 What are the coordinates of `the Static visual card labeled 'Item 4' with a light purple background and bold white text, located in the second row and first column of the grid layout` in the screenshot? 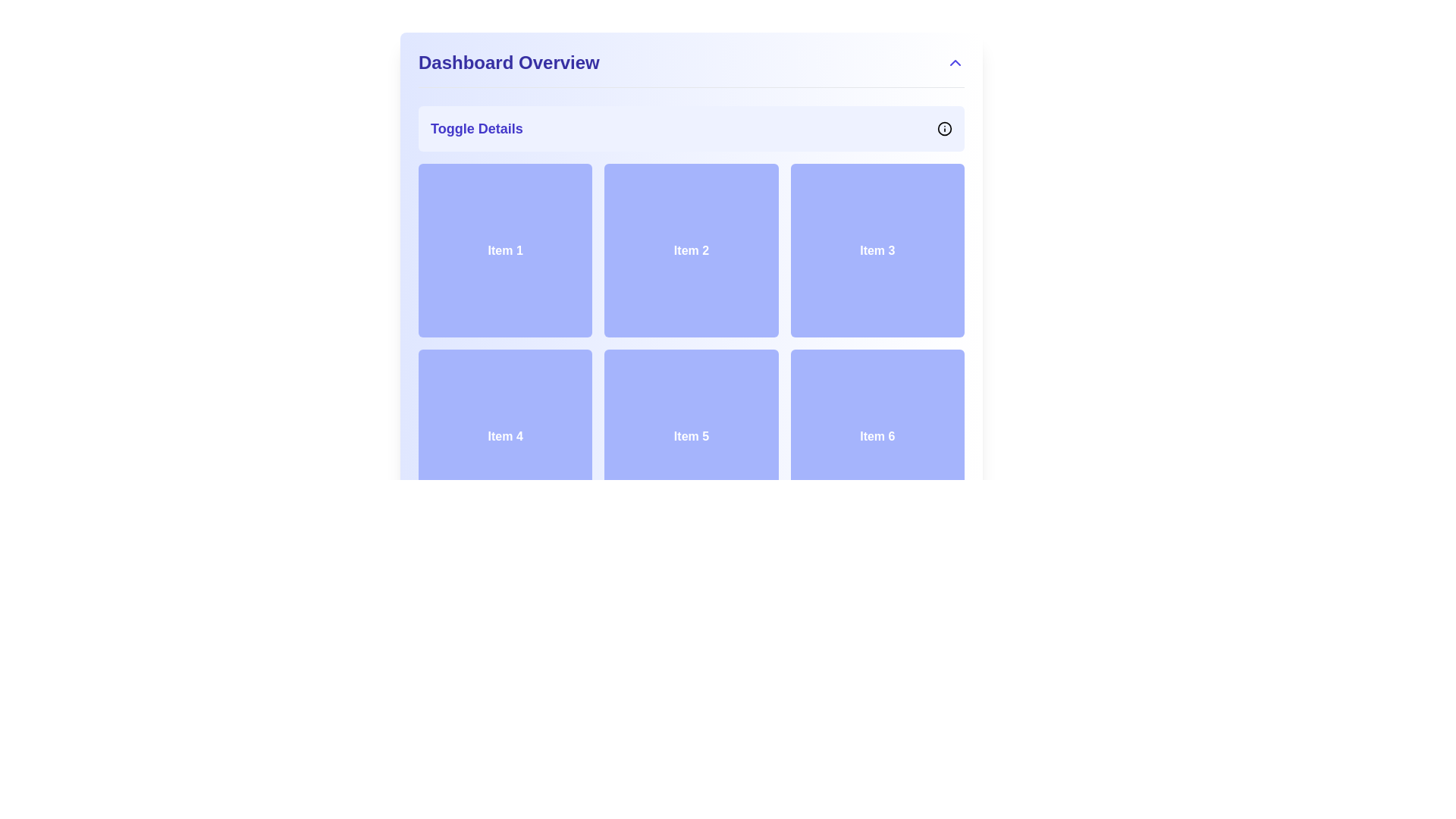 It's located at (505, 436).